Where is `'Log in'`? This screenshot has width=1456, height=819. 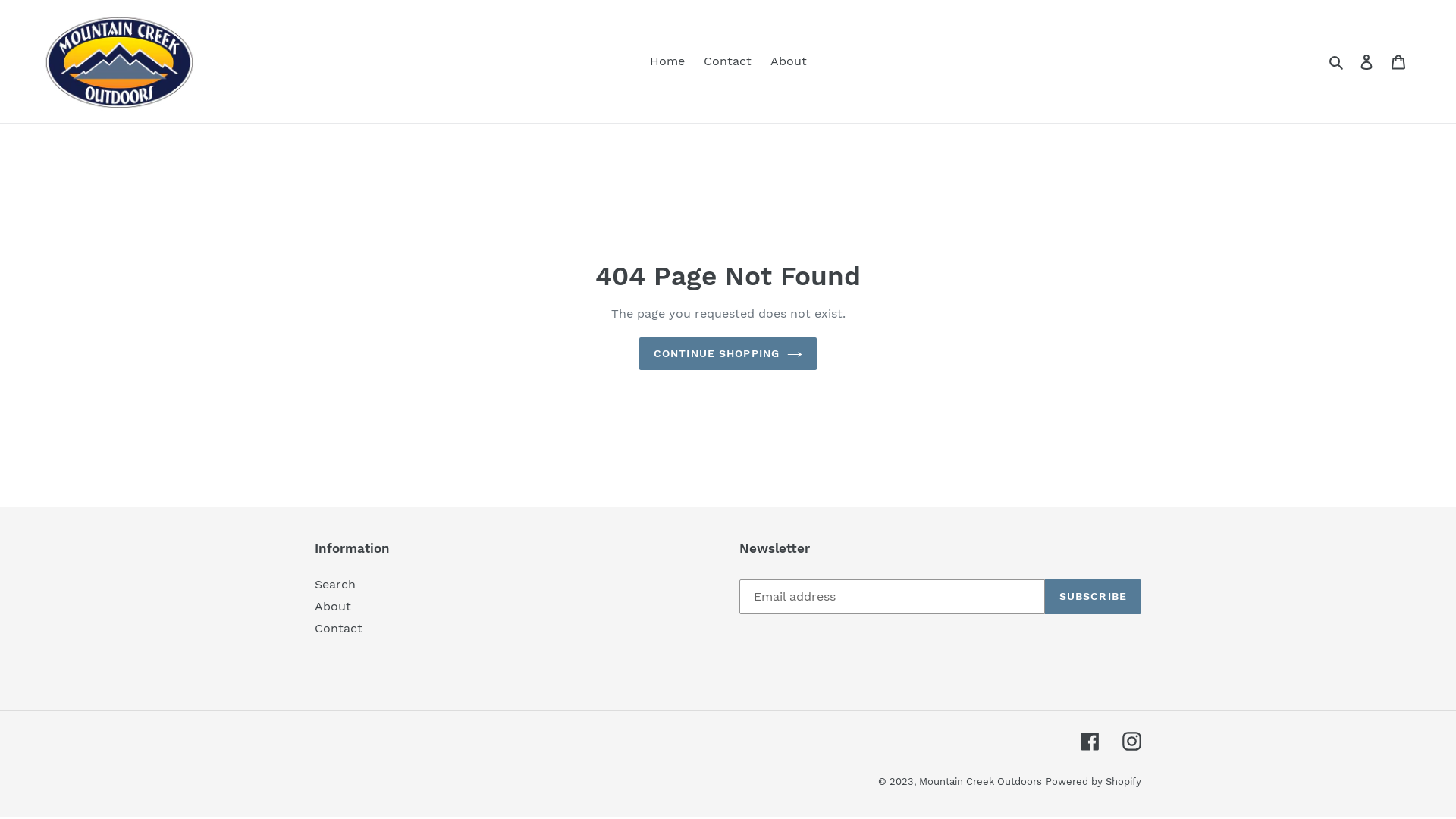 'Log in' is located at coordinates (1366, 61).